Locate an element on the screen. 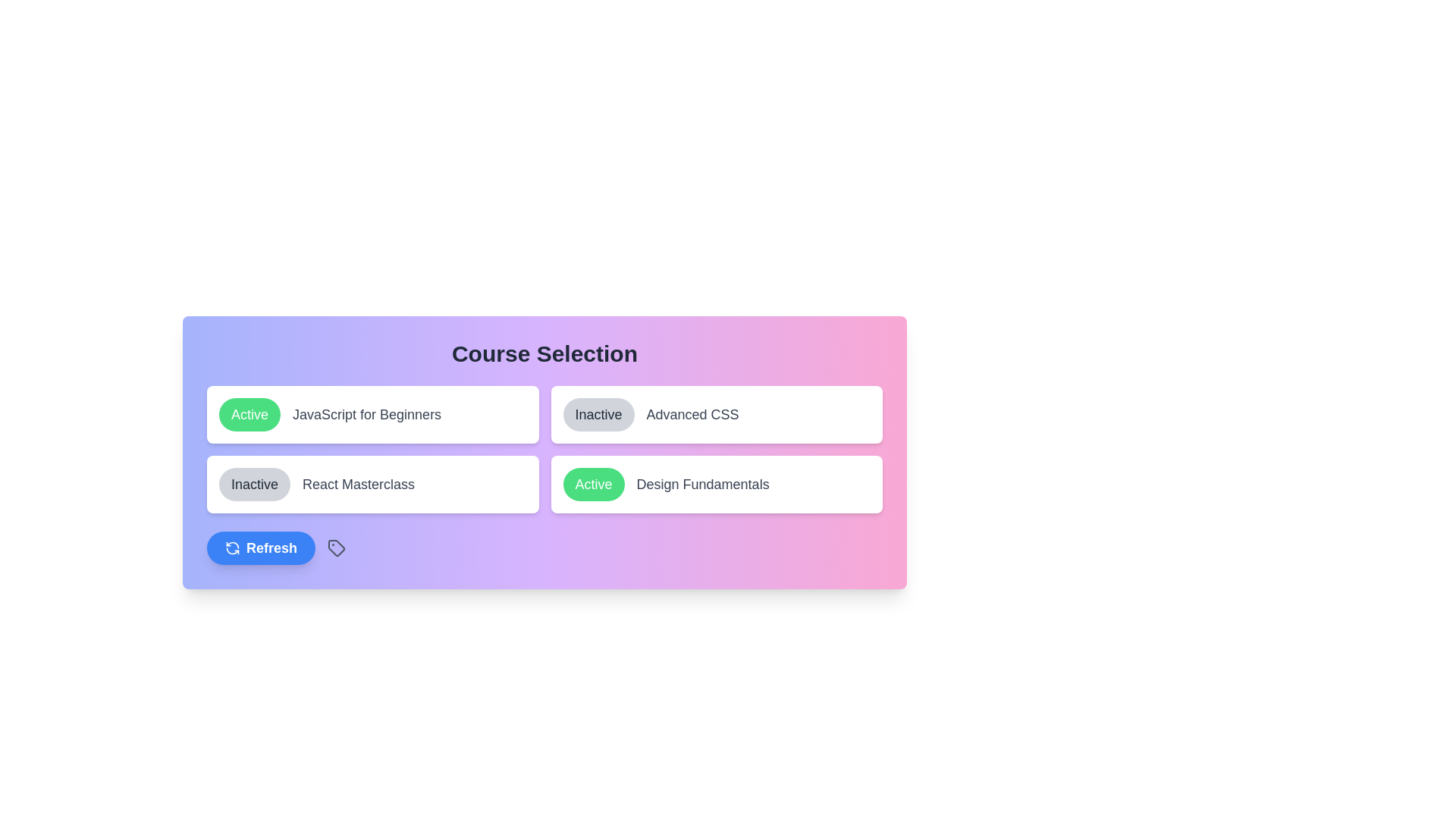 This screenshot has width=1456, height=819. the adjacent elements of the 'Advanced CSS' informational tile, which is currently labeled as 'Inactive' is located at coordinates (716, 415).